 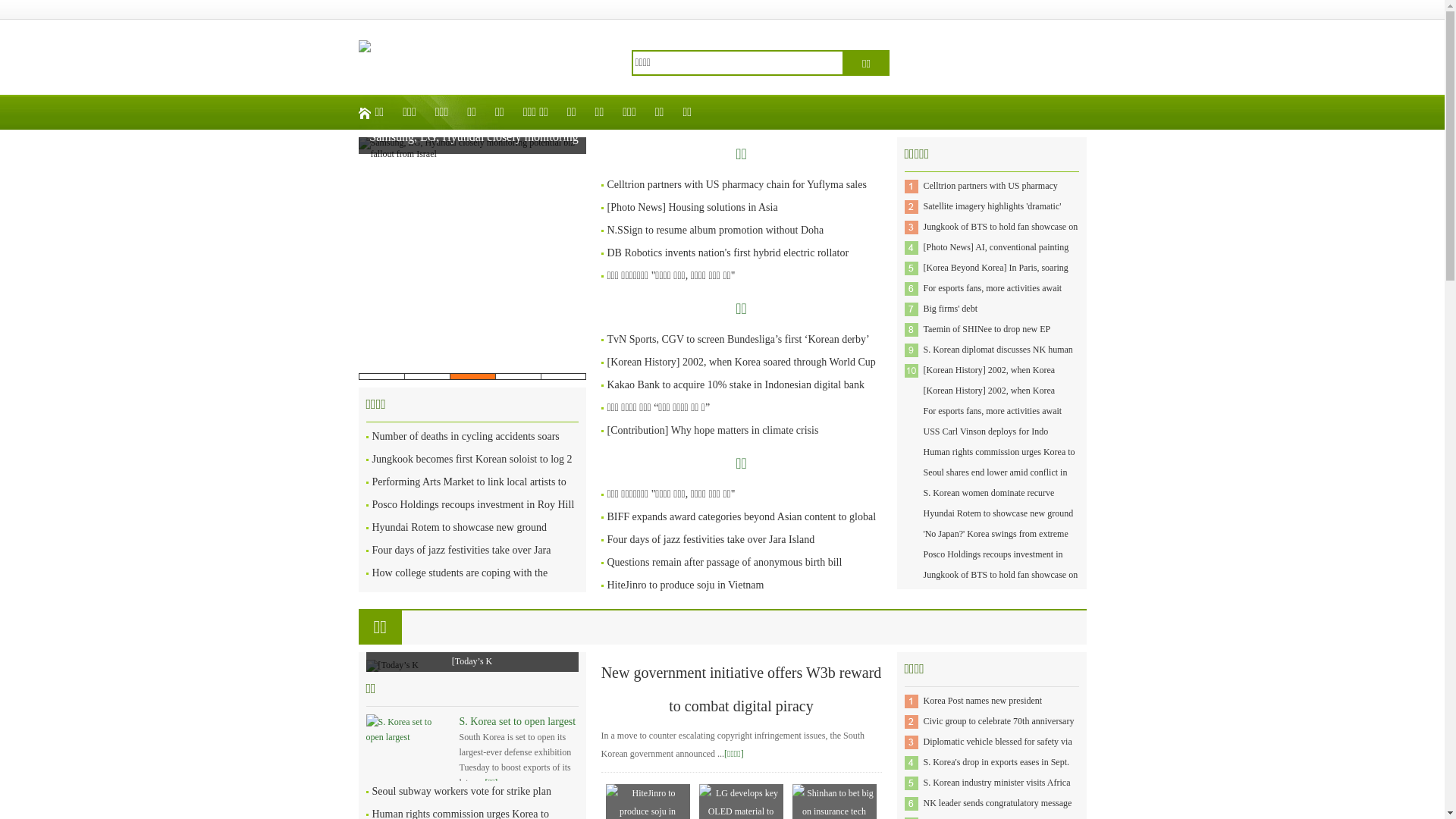 I want to click on '[Photo News] AI, conventional painting come together', so click(x=996, y=256).